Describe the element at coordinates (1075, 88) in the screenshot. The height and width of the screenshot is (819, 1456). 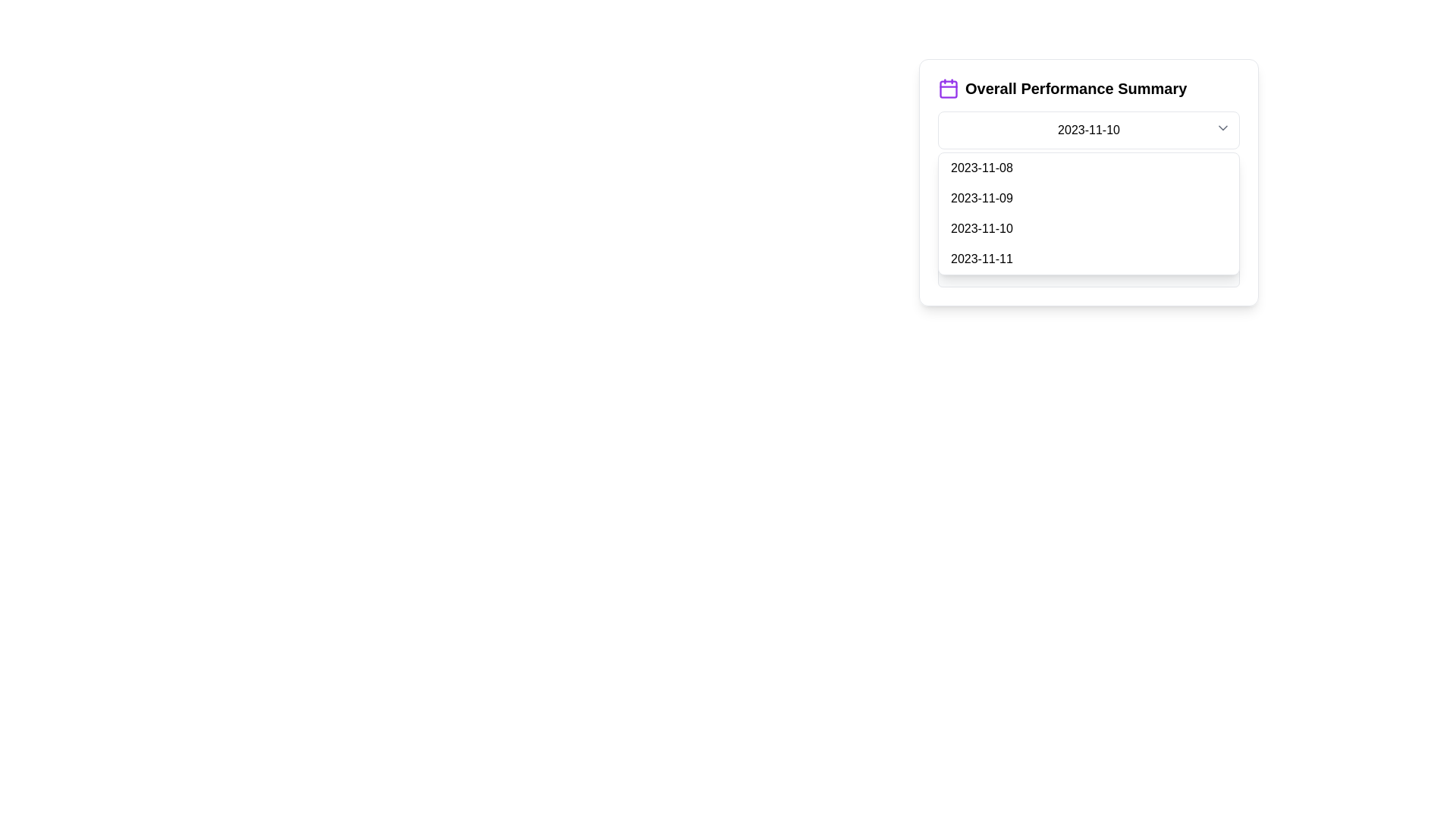
I see `the Text Label that serves as a title or heading, located to the right of the calendar icon in the header group at the top of the section` at that location.